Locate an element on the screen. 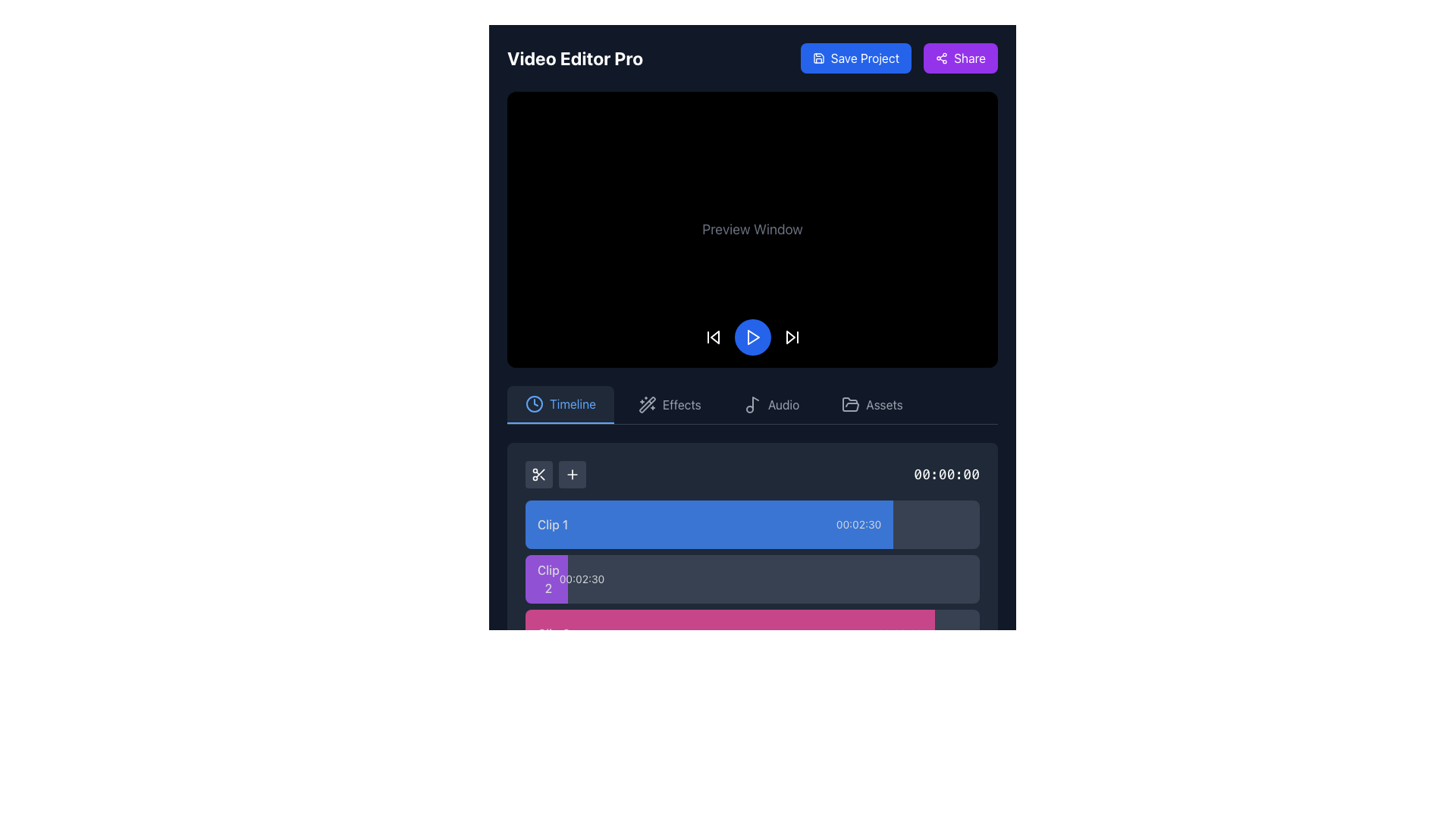 This screenshot has height=819, width=1456. the button located in the timeline section of the video editor, positioned to the right of the scissor-shaped button, to observe its hover effect is located at coordinates (571, 472).